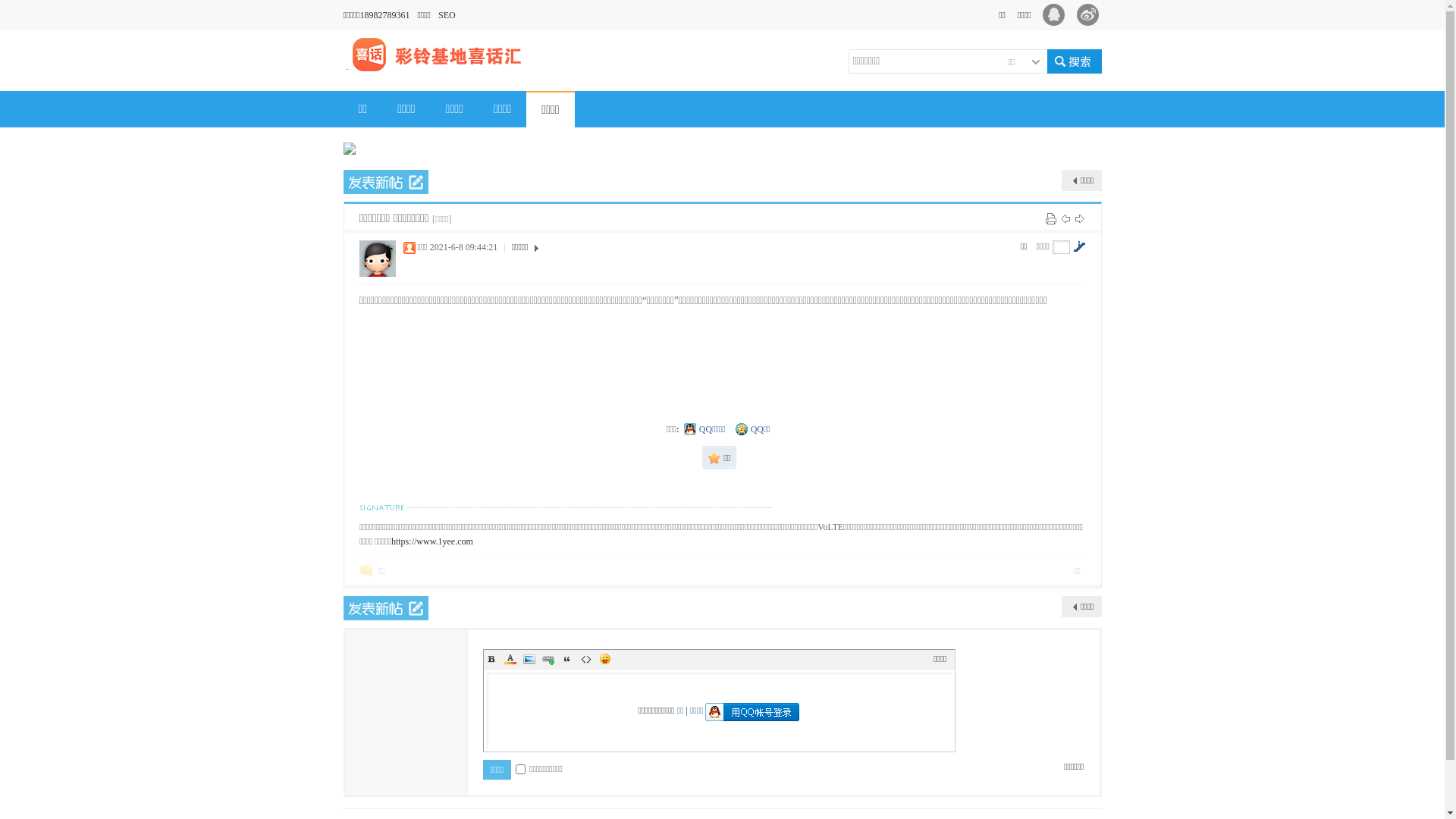 The width and height of the screenshot is (1456, 819). What do you see at coordinates (577, 657) in the screenshot?
I see `'Code'` at bounding box center [577, 657].